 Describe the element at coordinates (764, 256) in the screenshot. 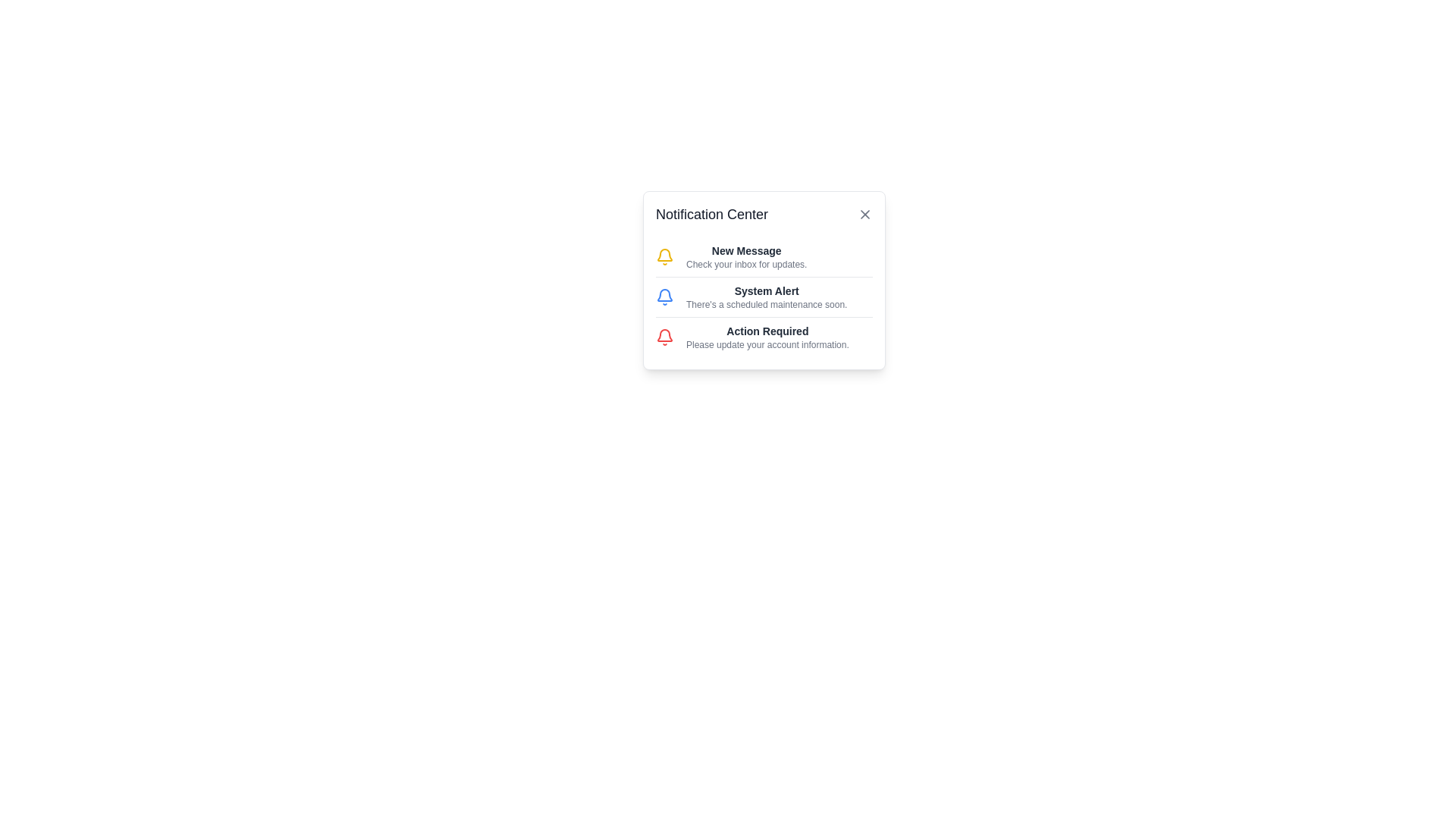

I see `the Notification item that informs the user about a new message, located directly beneath the 'Notification Center' title and above the 'System Alert' entry` at that location.